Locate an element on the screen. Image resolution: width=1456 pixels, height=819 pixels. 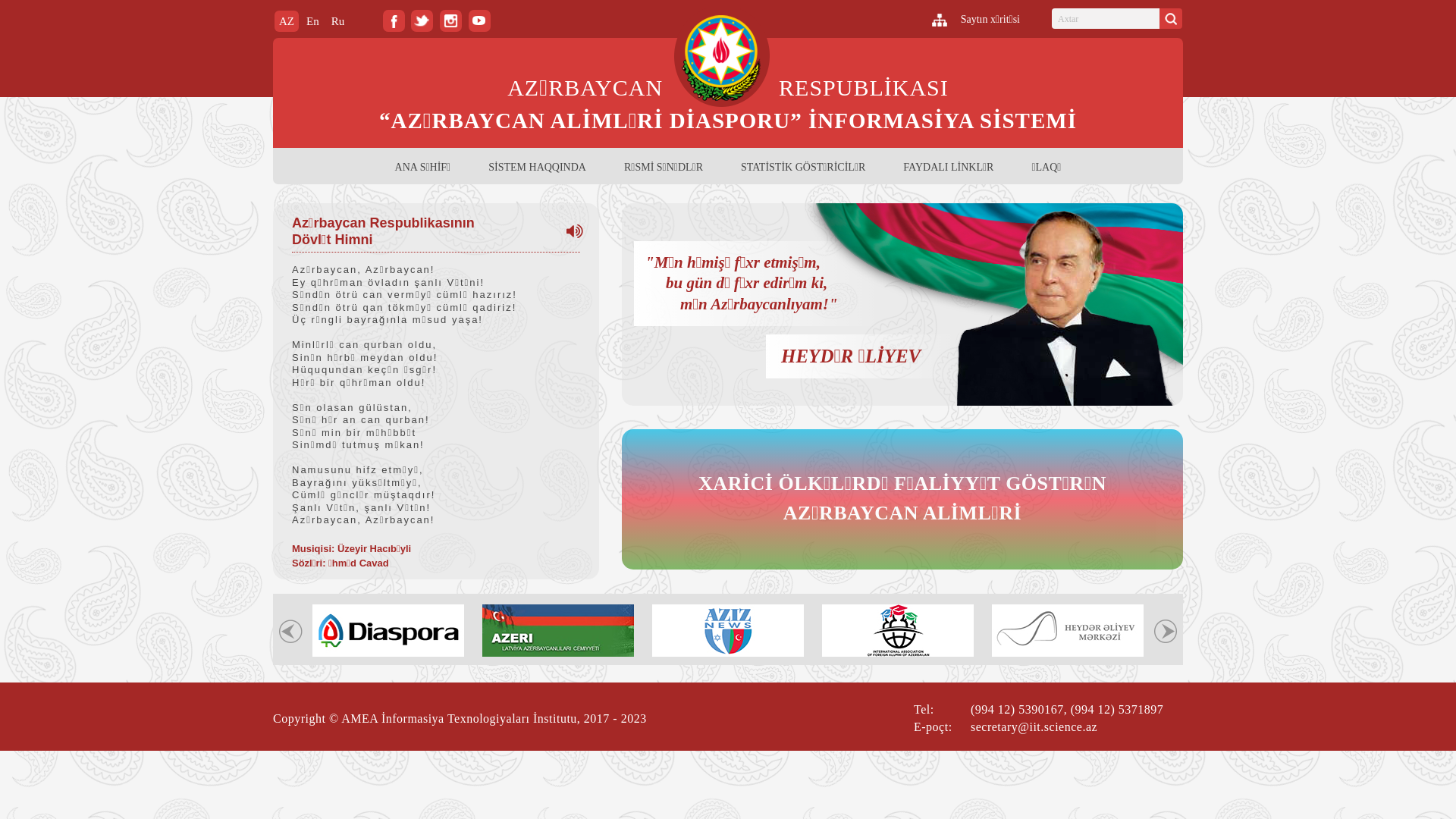
'AZ' is located at coordinates (274, 20).